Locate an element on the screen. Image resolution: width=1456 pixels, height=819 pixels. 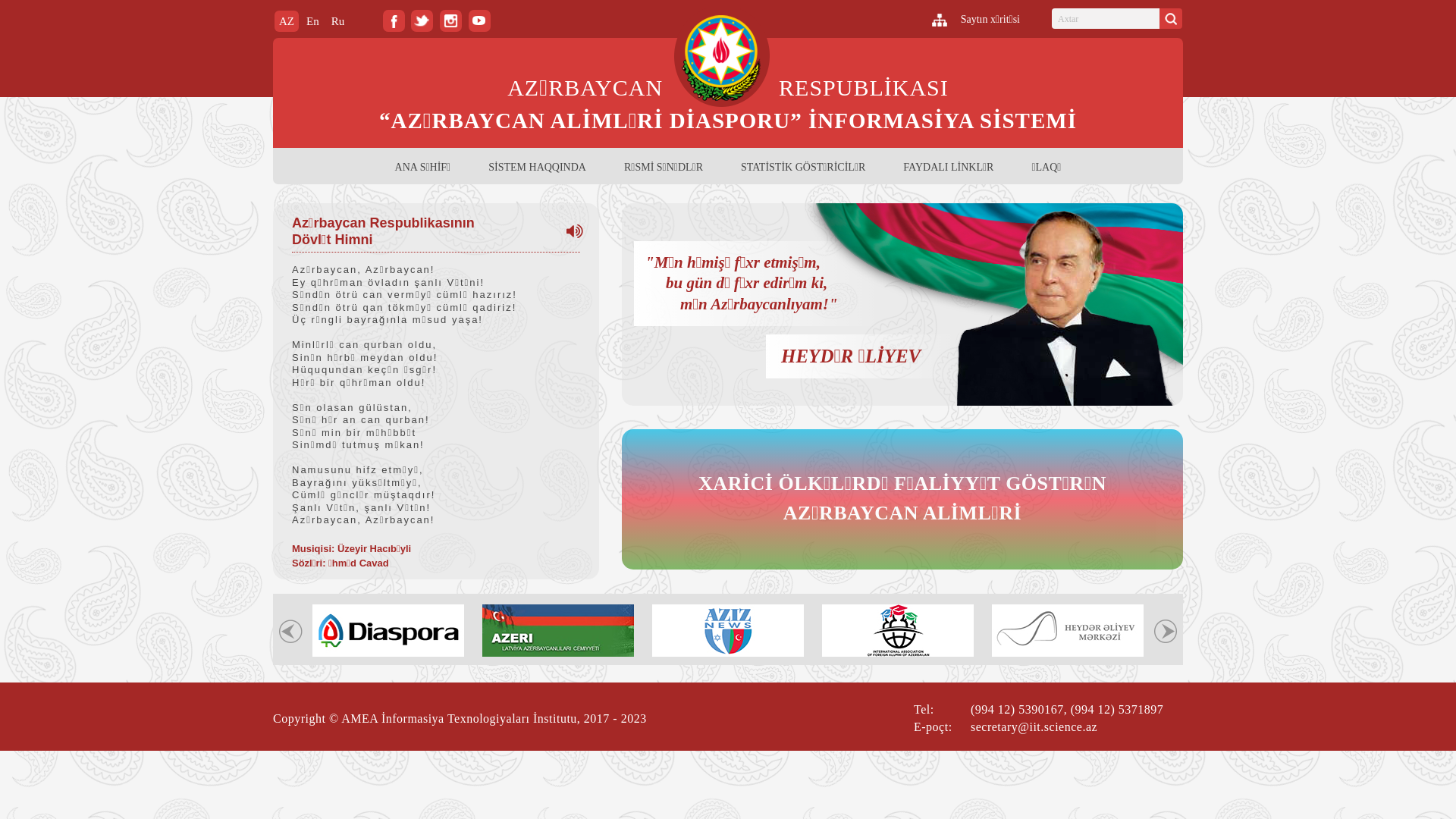
'AZ' is located at coordinates (274, 20).